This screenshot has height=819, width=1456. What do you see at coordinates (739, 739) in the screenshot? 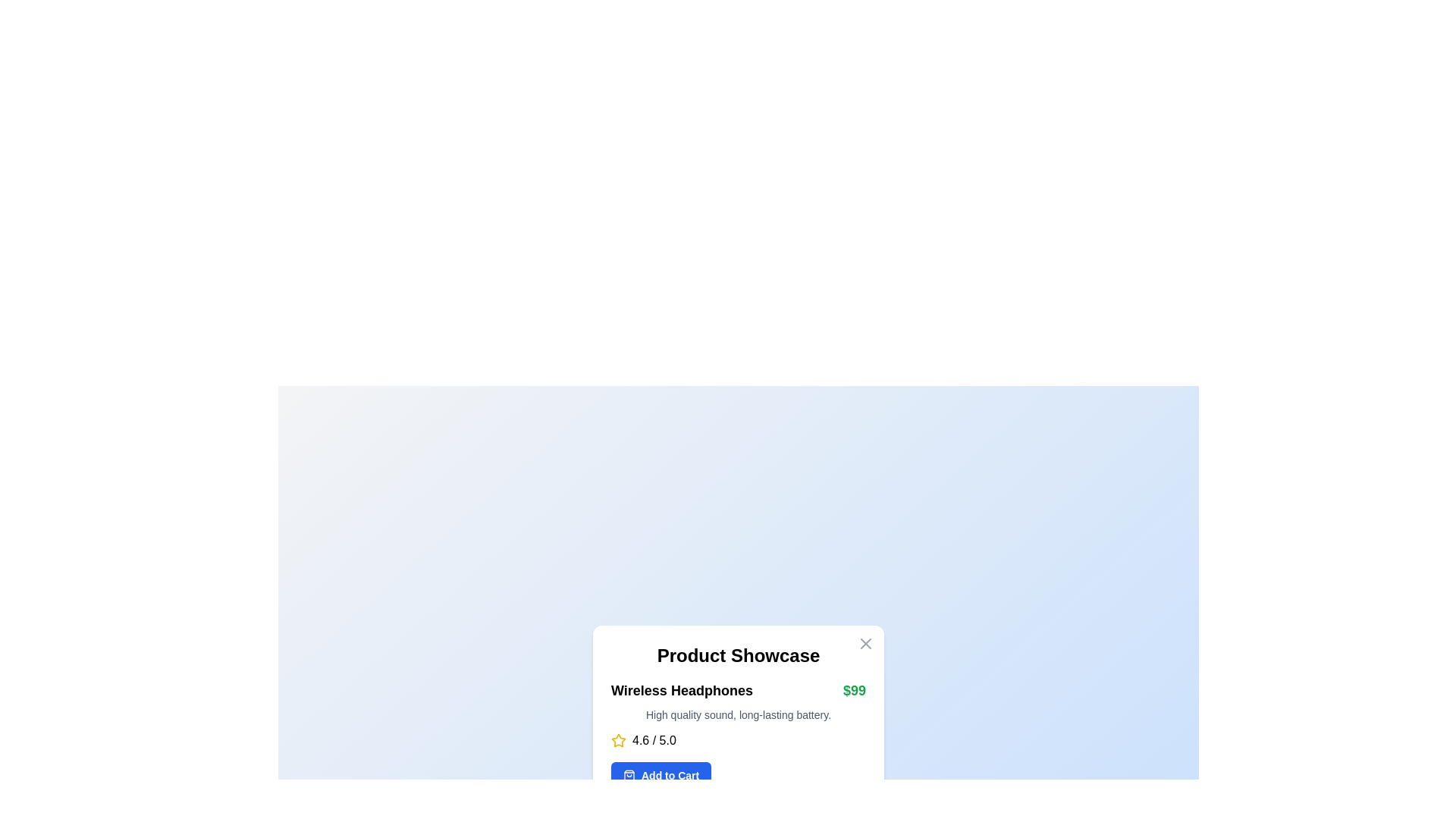
I see `the Product information component displaying details about 'Wireless Headphones', including its title, price, description, rating, and 'Add to Cart' button` at bounding box center [739, 739].